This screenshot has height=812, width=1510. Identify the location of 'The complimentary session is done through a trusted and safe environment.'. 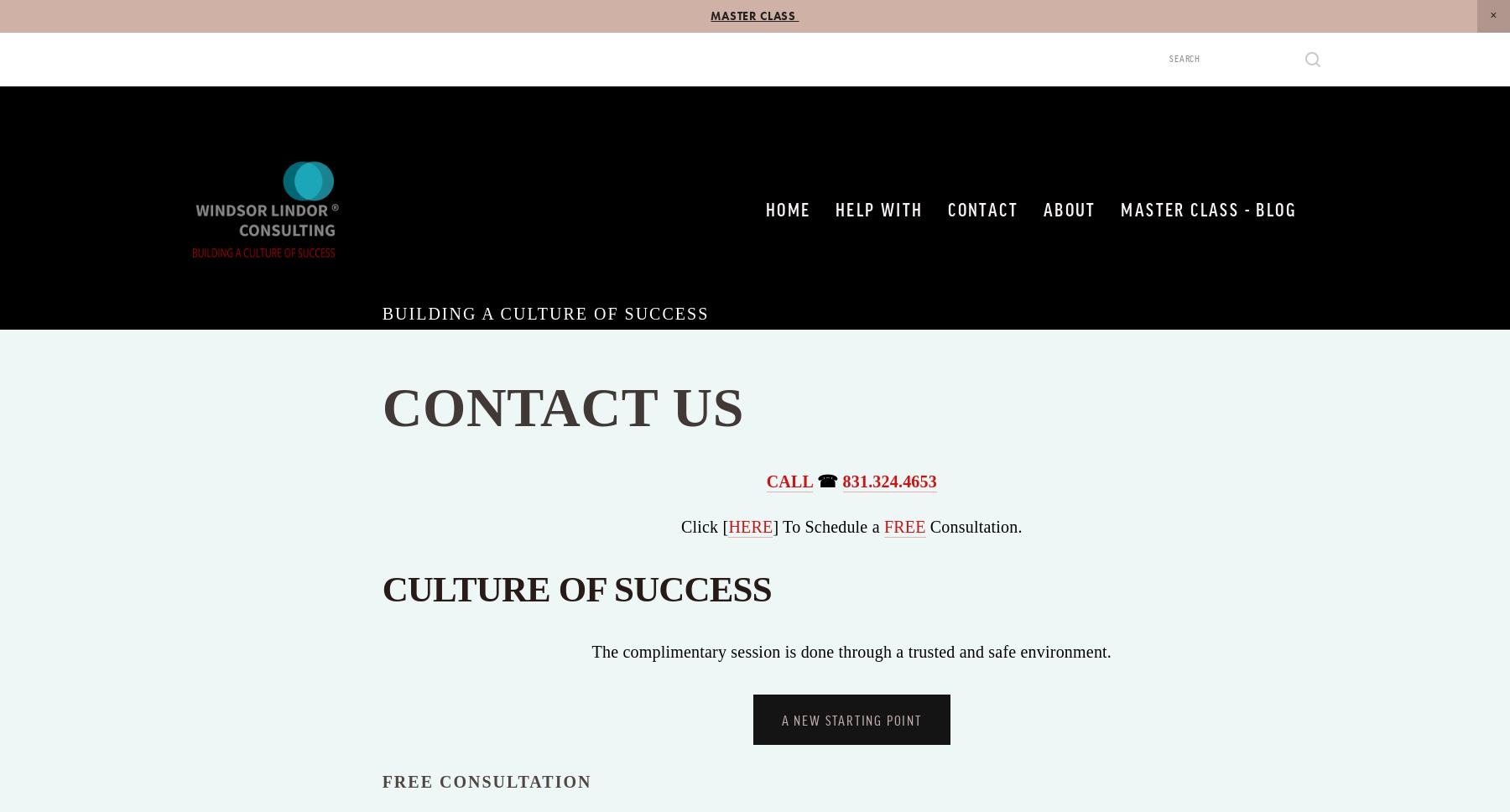
(851, 650).